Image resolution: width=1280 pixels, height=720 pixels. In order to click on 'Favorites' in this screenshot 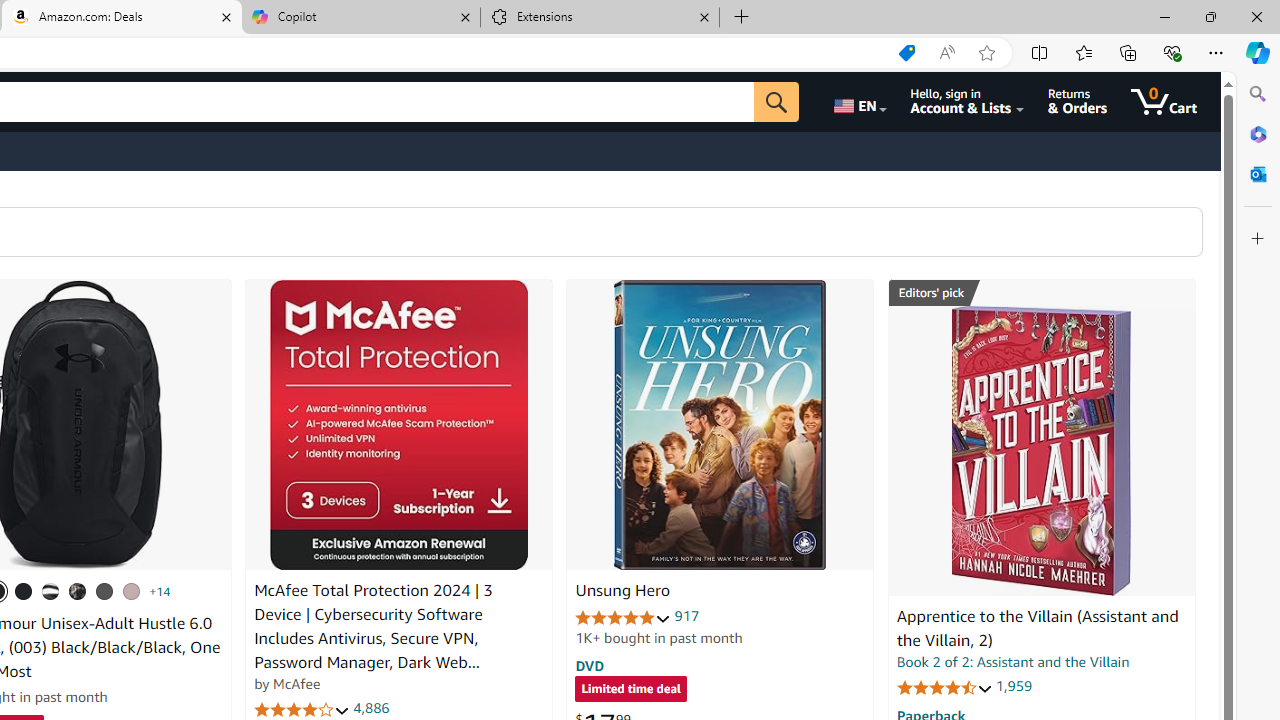, I will do `click(1082, 51)`.